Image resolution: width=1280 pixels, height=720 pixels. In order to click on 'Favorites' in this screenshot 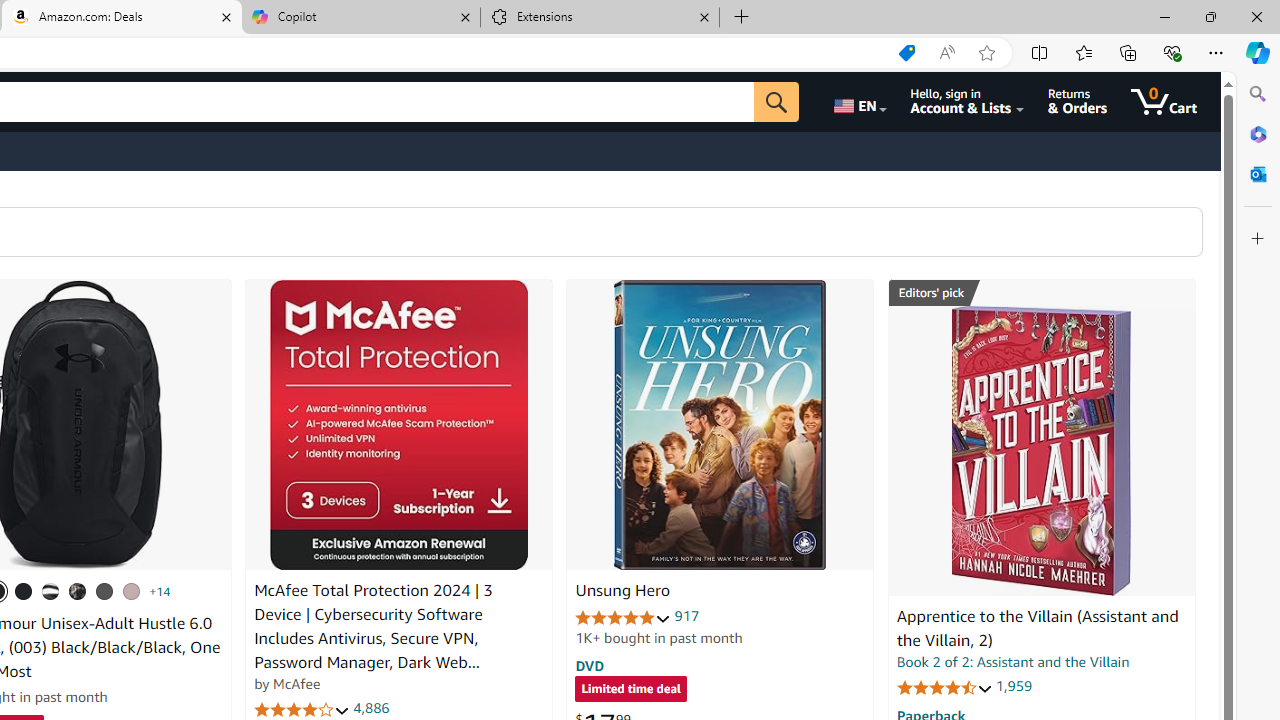, I will do `click(1082, 51)`.